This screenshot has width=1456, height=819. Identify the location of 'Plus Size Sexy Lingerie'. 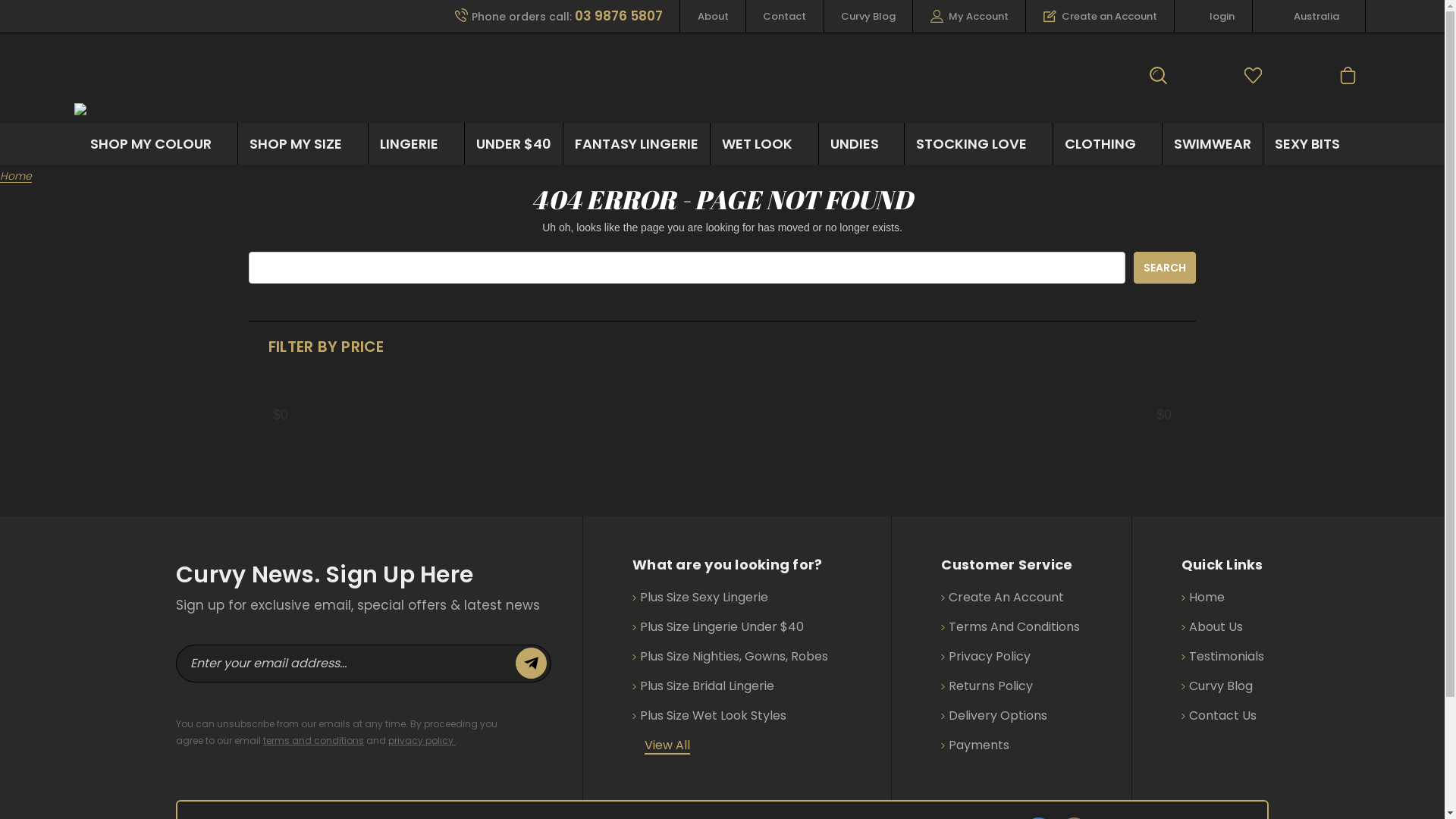
(632, 596).